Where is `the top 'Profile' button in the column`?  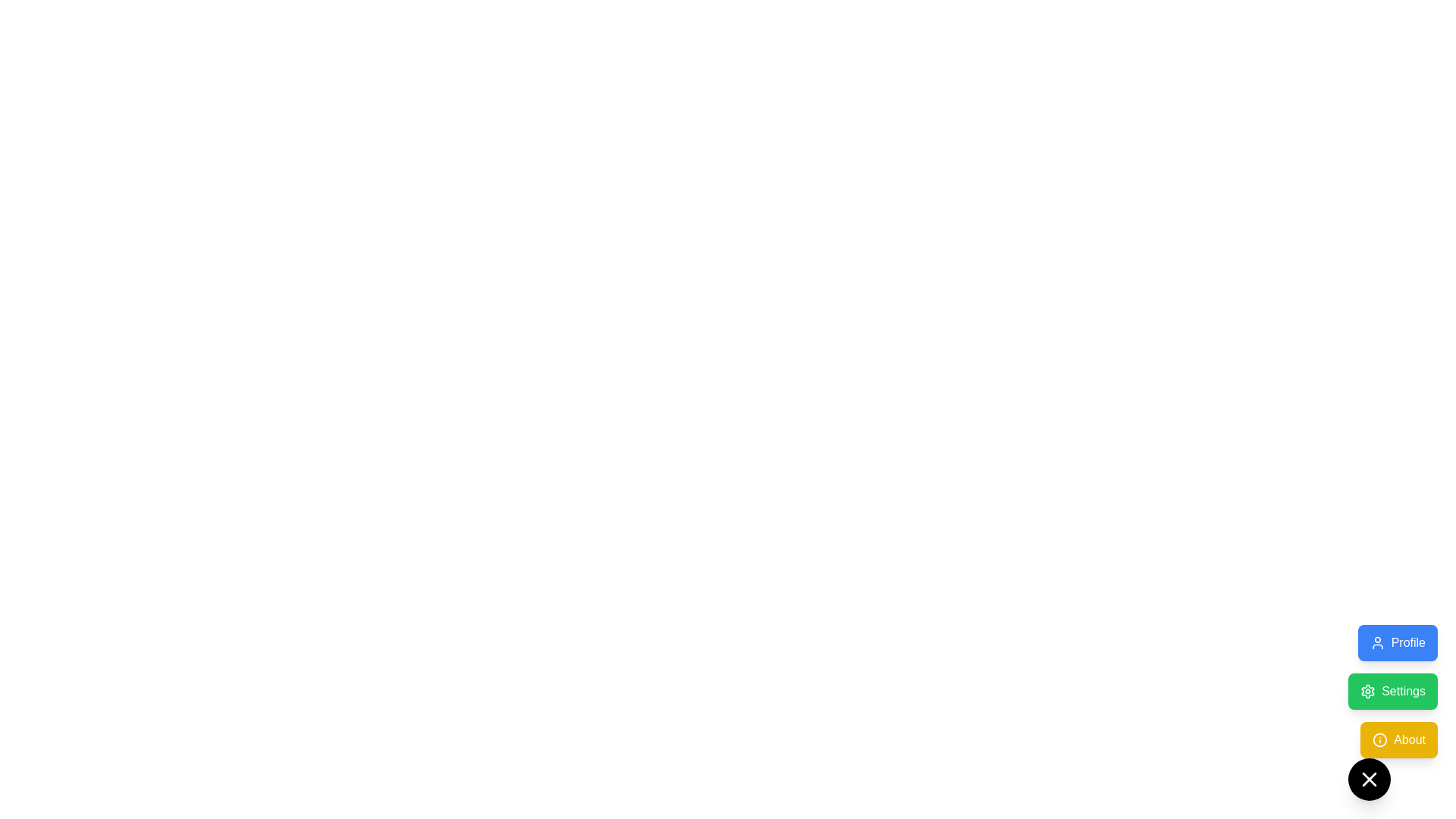
the top 'Profile' button in the column is located at coordinates (1397, 643).